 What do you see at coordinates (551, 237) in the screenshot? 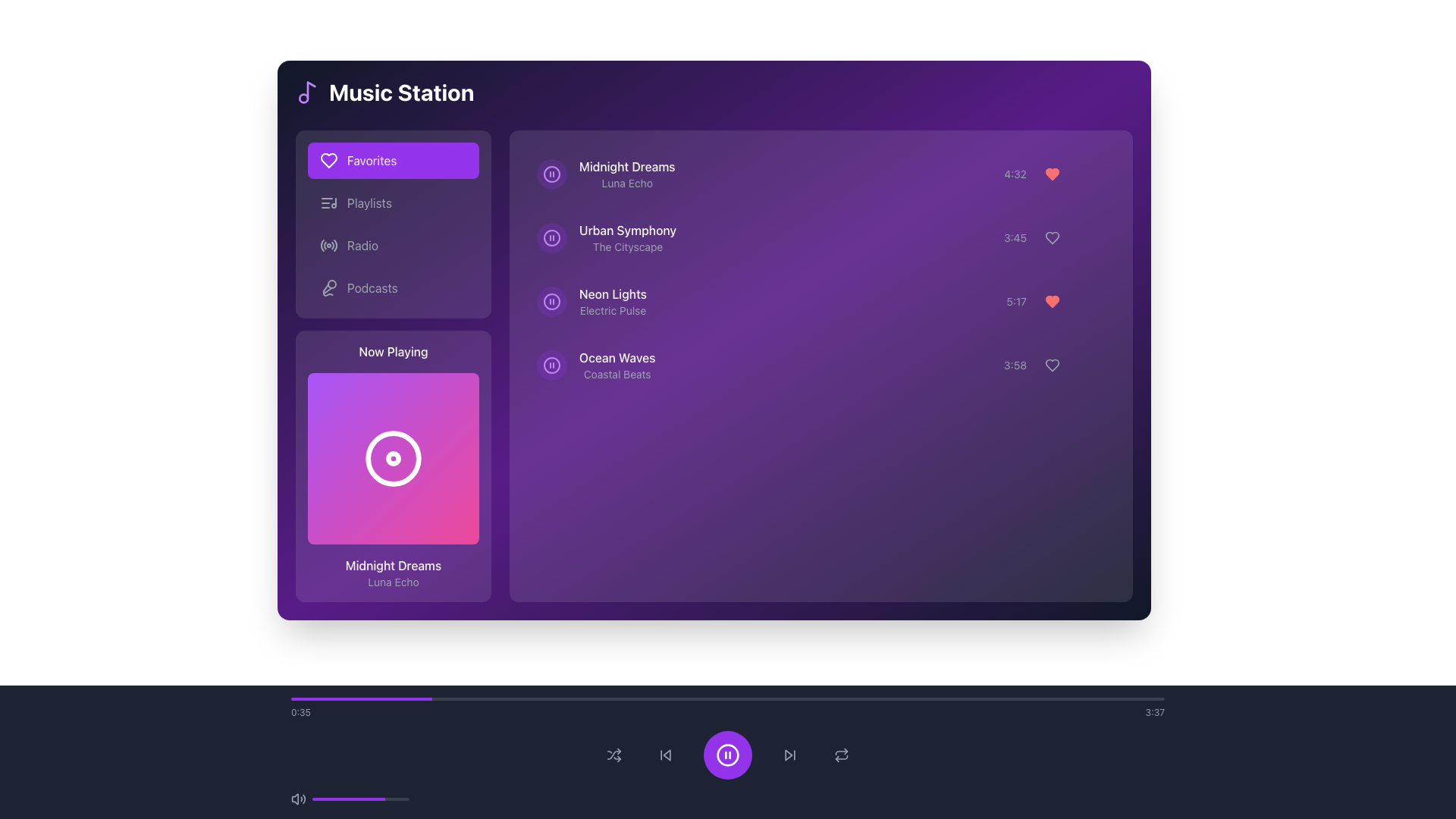
I see `the SVG Circle Shape representing the control or status indicator for the 'Urban Symphony' media item located on the right side of the interface` at bounding box center [551, 237].